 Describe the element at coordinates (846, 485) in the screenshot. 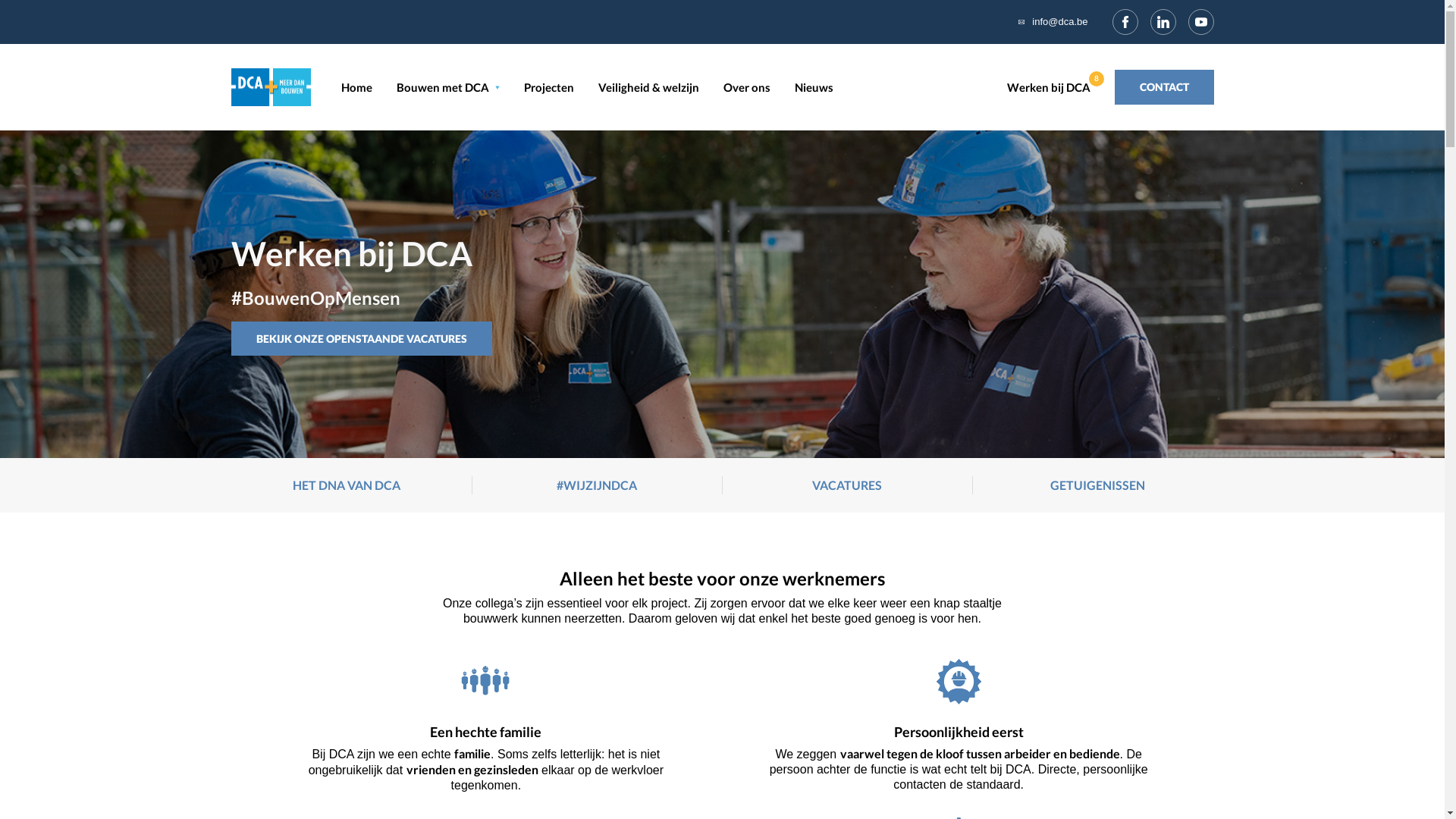

I see `'VACATURES'` at that location.